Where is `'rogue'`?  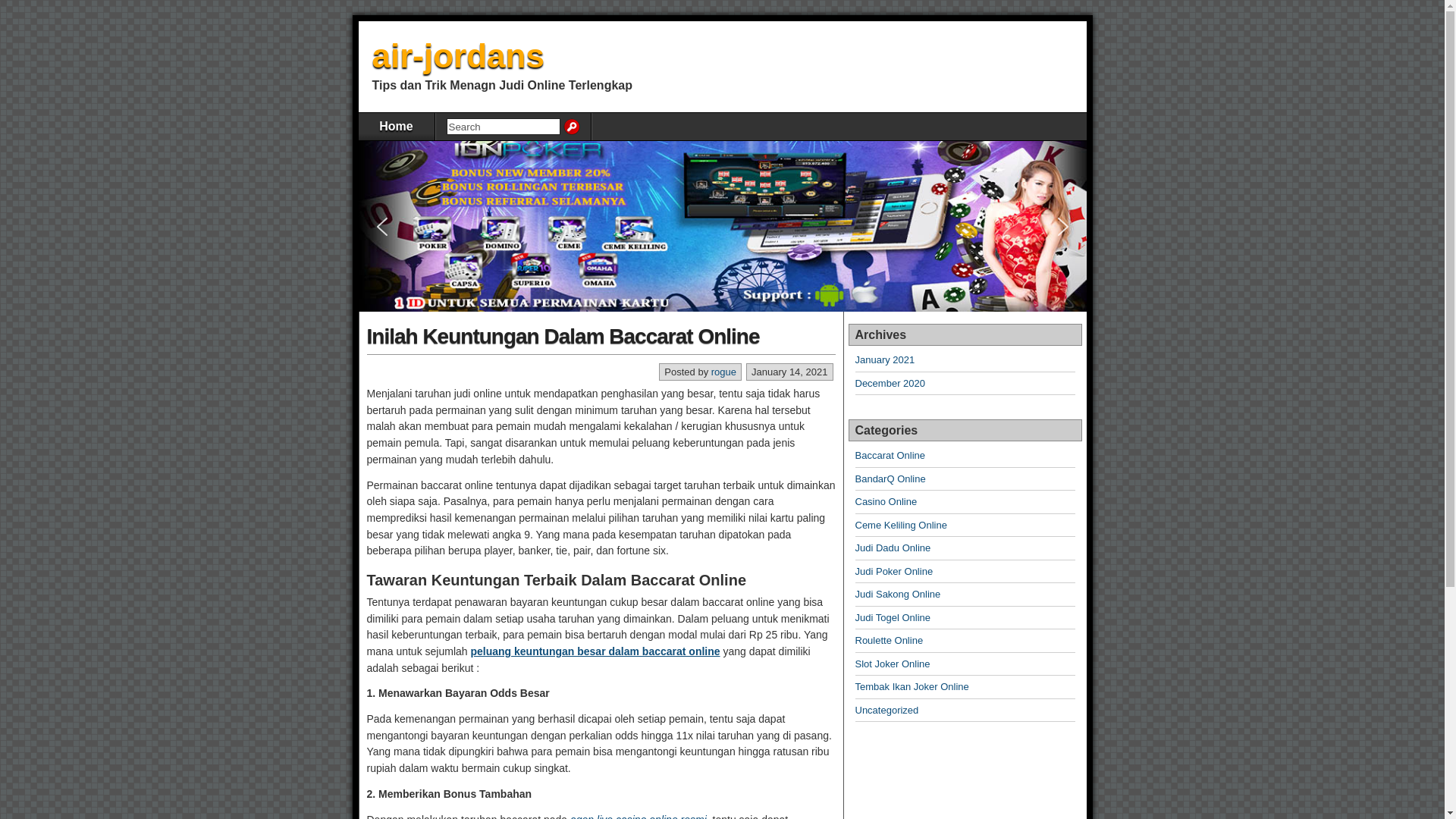
'rogue' is located at coordinates (723, 372).